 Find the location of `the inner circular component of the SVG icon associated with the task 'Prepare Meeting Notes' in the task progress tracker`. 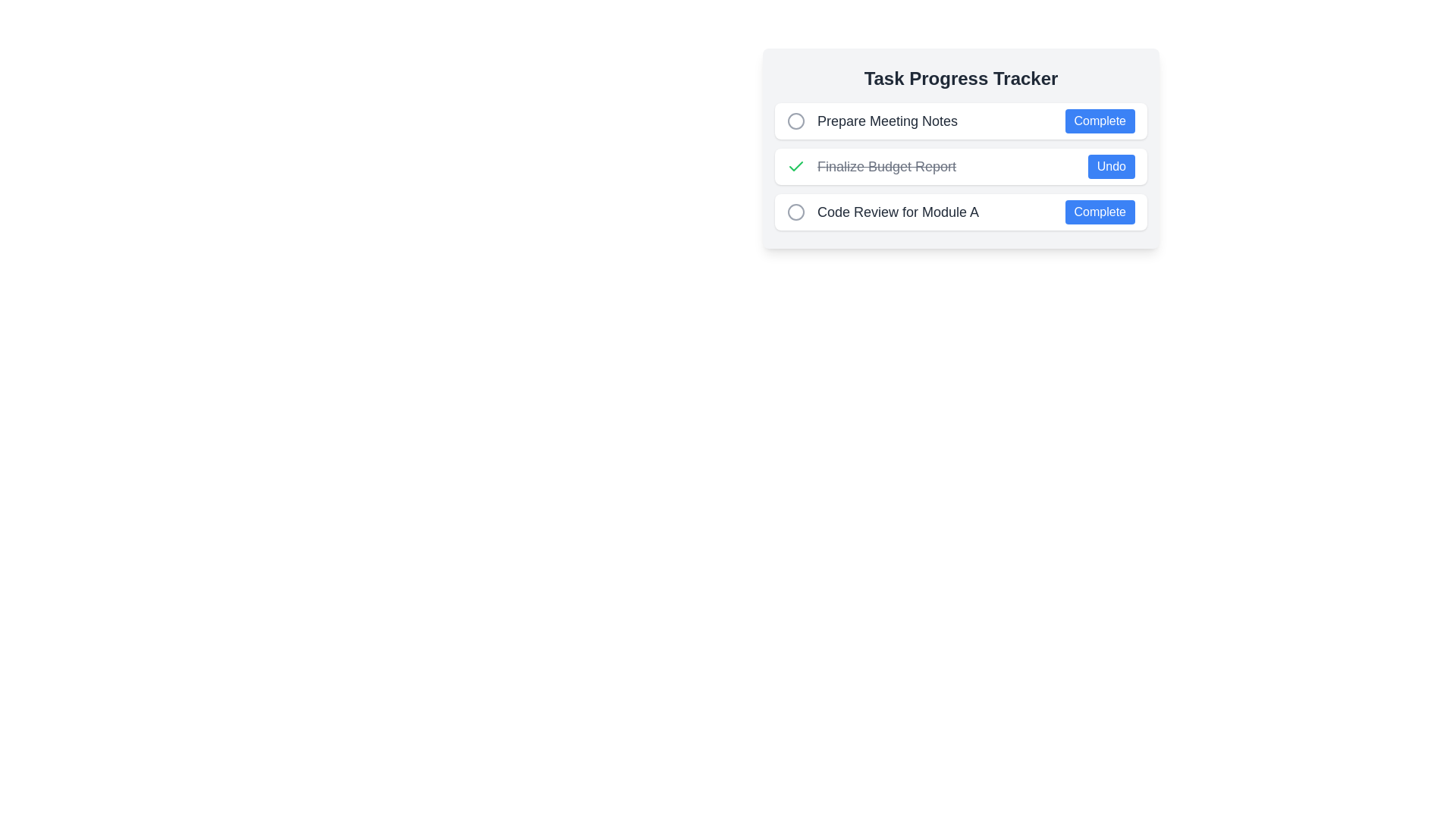

the inner circular component of the SVG icon associated with the task 'Prepare Meeting Notes' in the task progress tracker is located at coordinates (795, 120).